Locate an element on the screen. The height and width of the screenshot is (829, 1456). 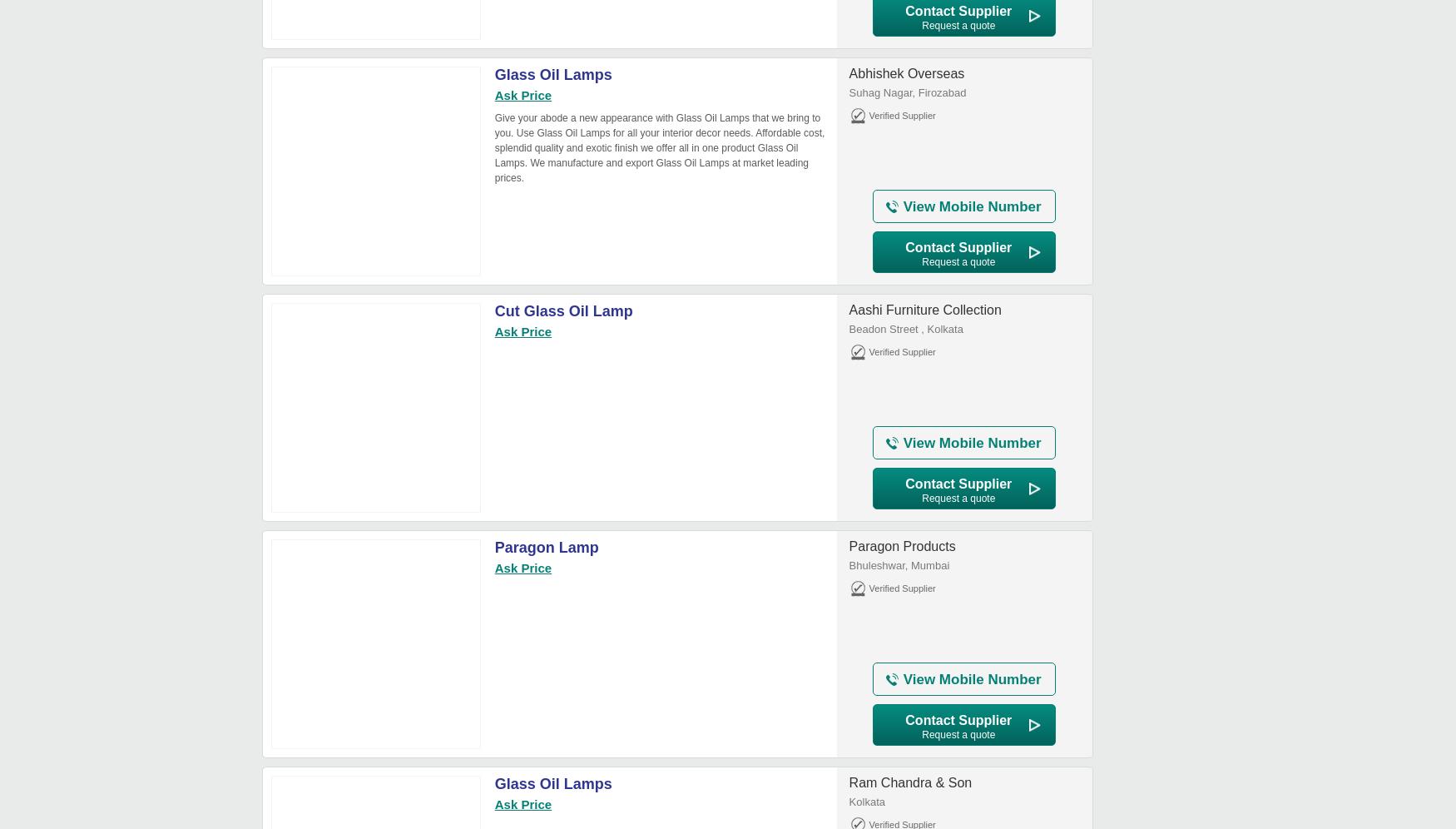
'Abhishek Overseas' is located at coordinates (848, 73).